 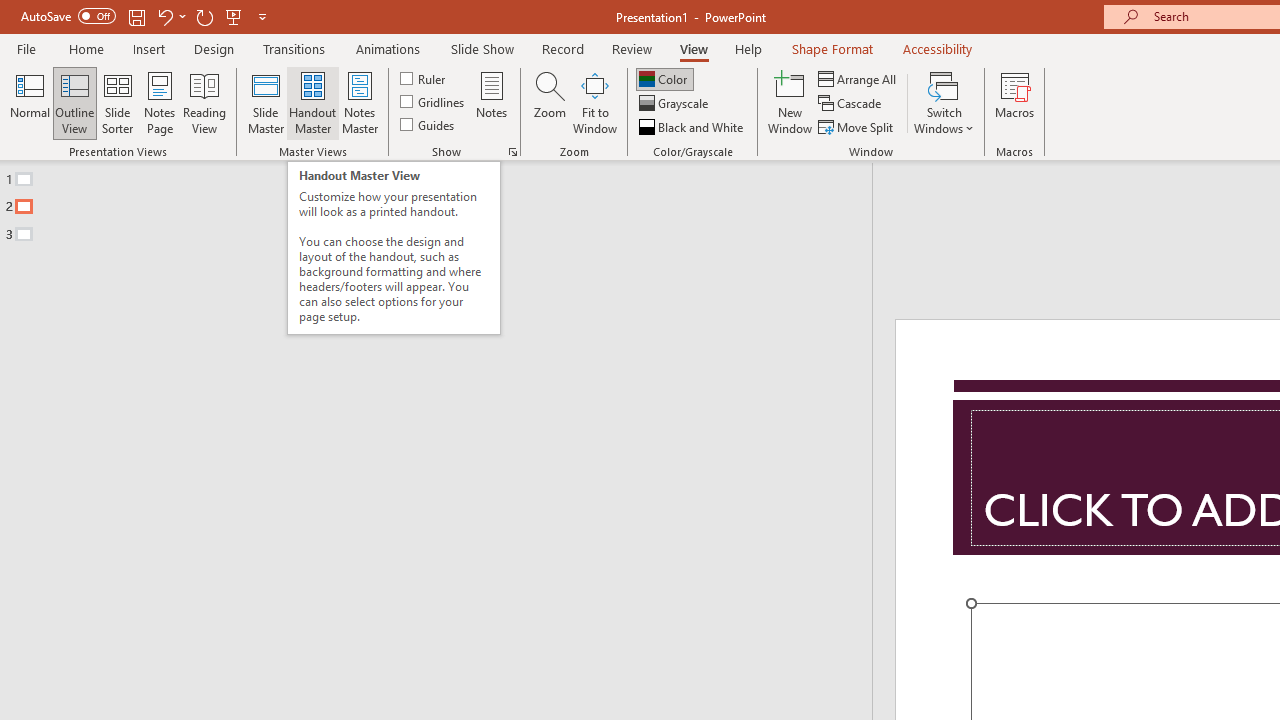 What do you see at coordinates (857, 127) in the screenshot?
I see `'Move Split'` at bounding box center [857, 127].